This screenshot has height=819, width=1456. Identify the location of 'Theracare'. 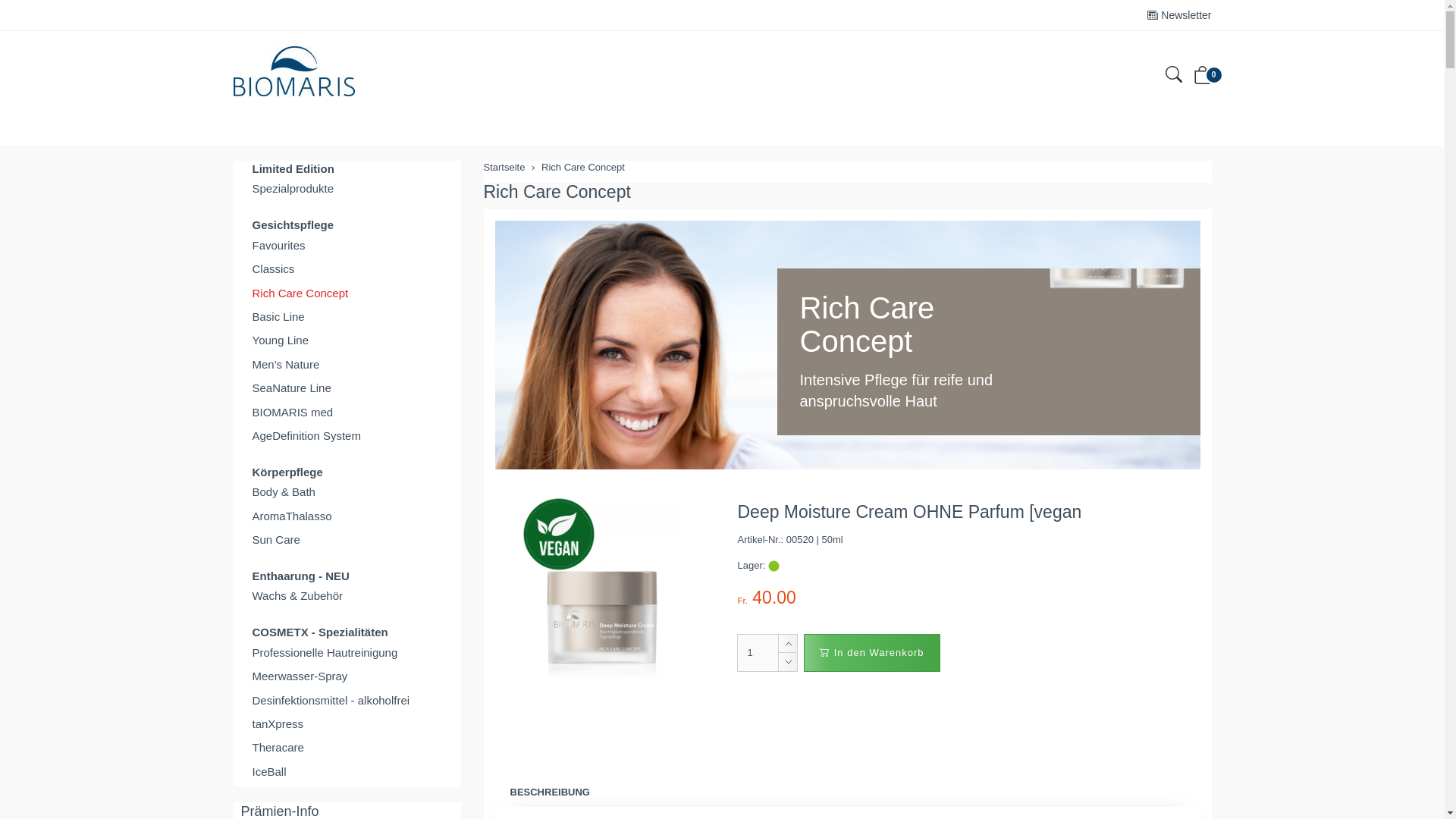
(346, 746).